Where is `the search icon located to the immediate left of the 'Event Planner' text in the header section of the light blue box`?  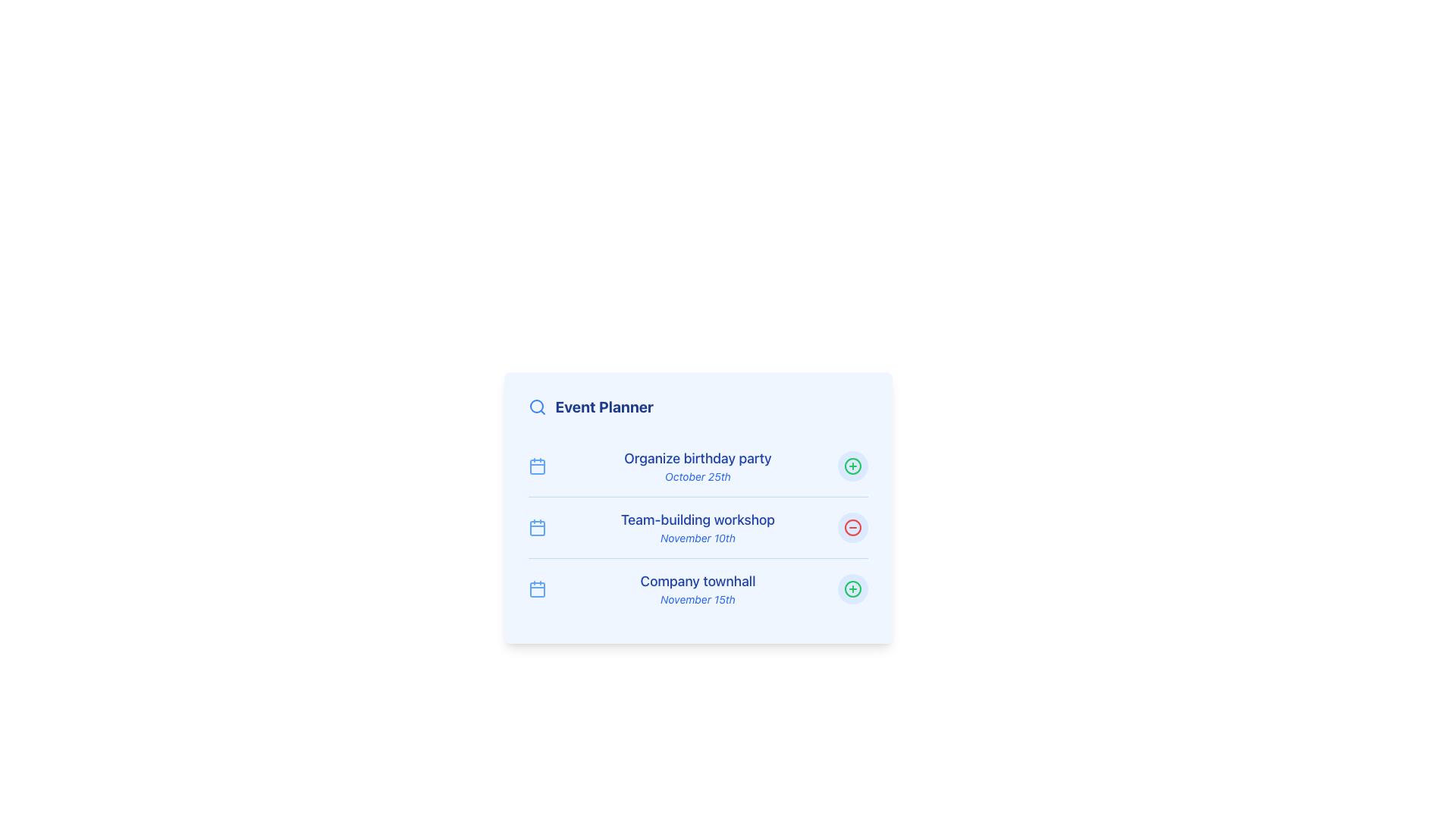
the search icon located to the immediate left of the 'Event Planner' text in the header section of the light blue box is located at coordinates (537, 406).